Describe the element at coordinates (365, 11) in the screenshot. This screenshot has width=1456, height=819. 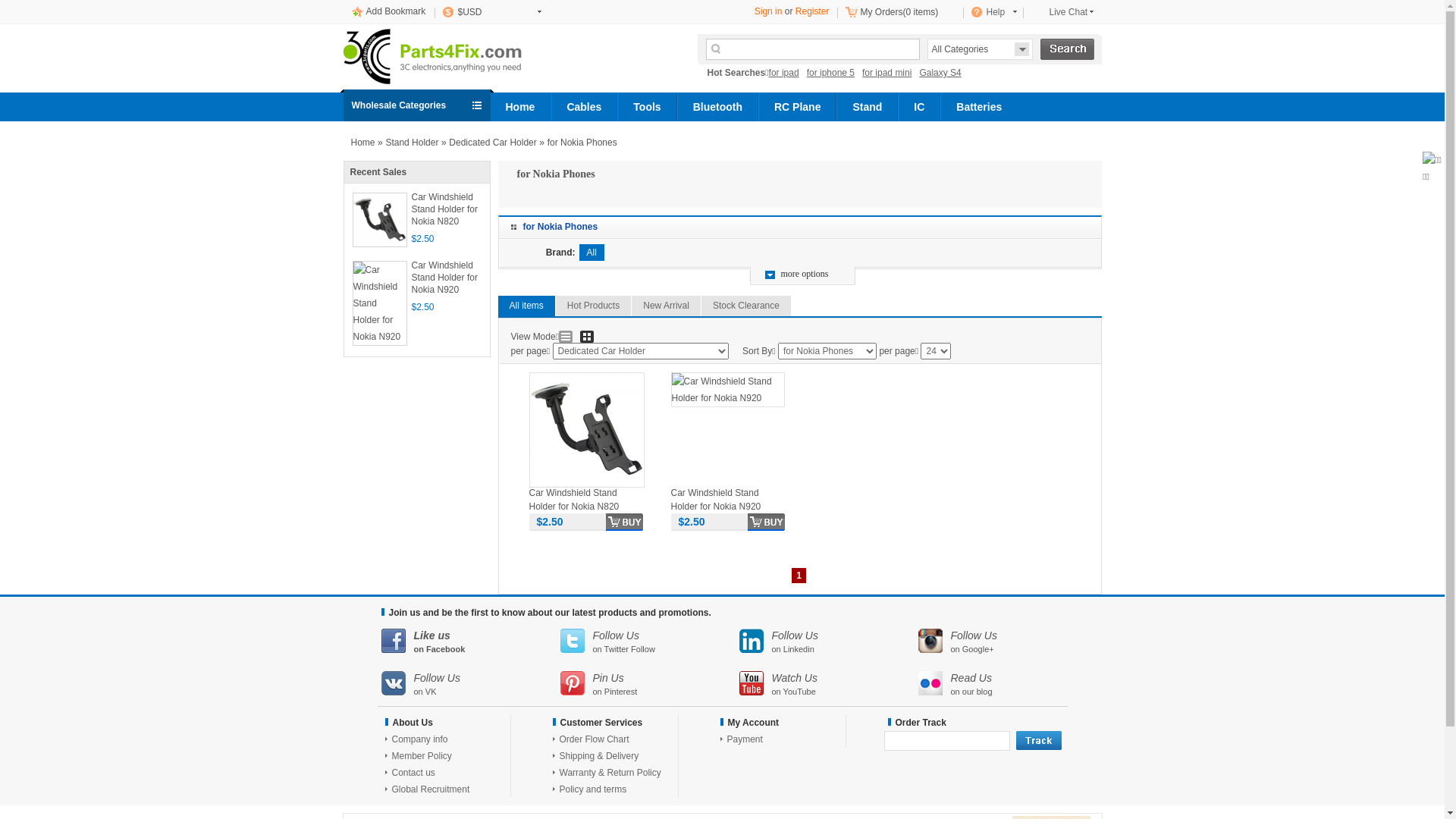
I see `'Add Bookmark'` at that location.